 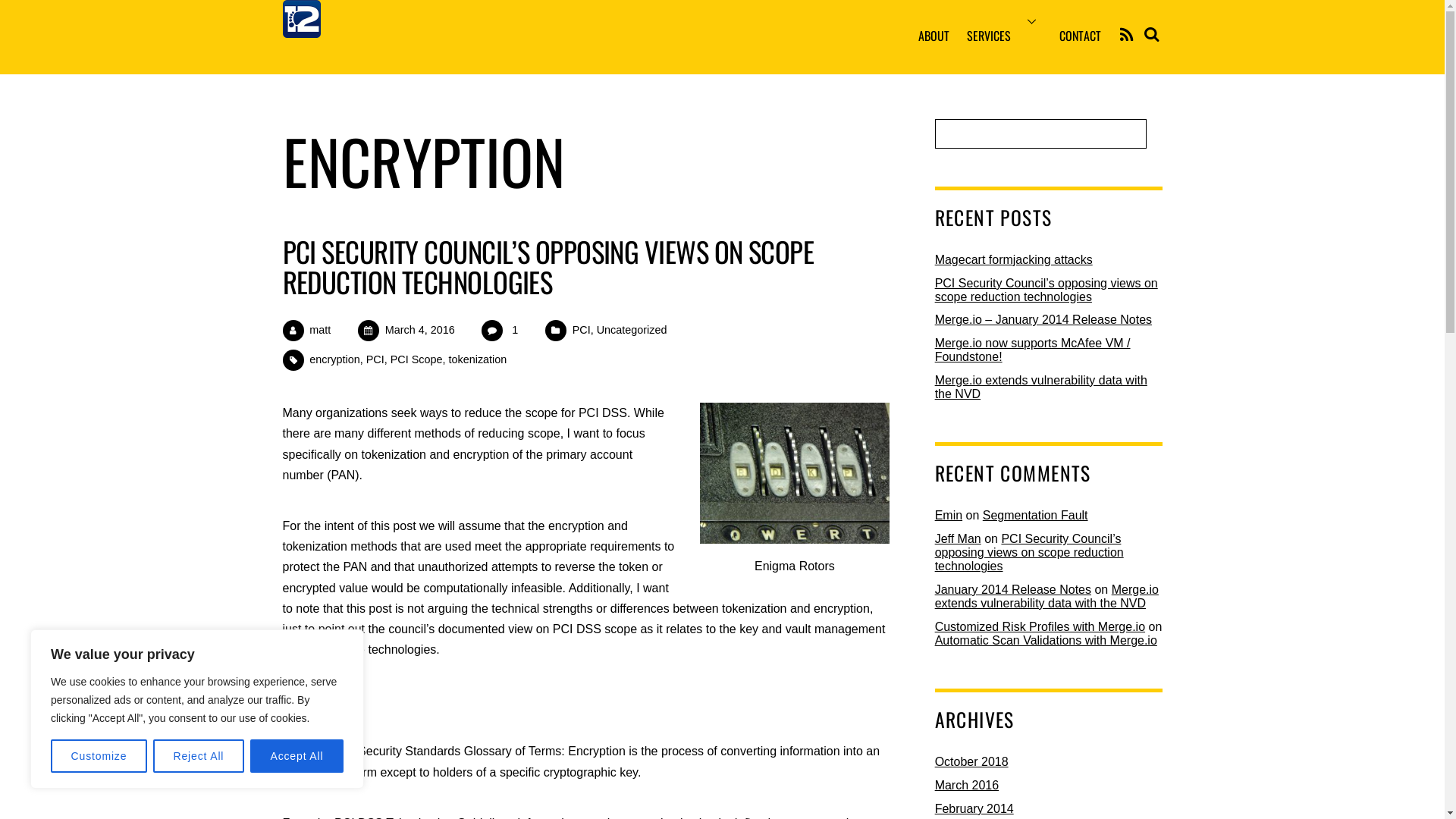 What do you see at coordinates (934, 514) in the screenshot?
I see `'Emin'` at bounding box center [934, 514].